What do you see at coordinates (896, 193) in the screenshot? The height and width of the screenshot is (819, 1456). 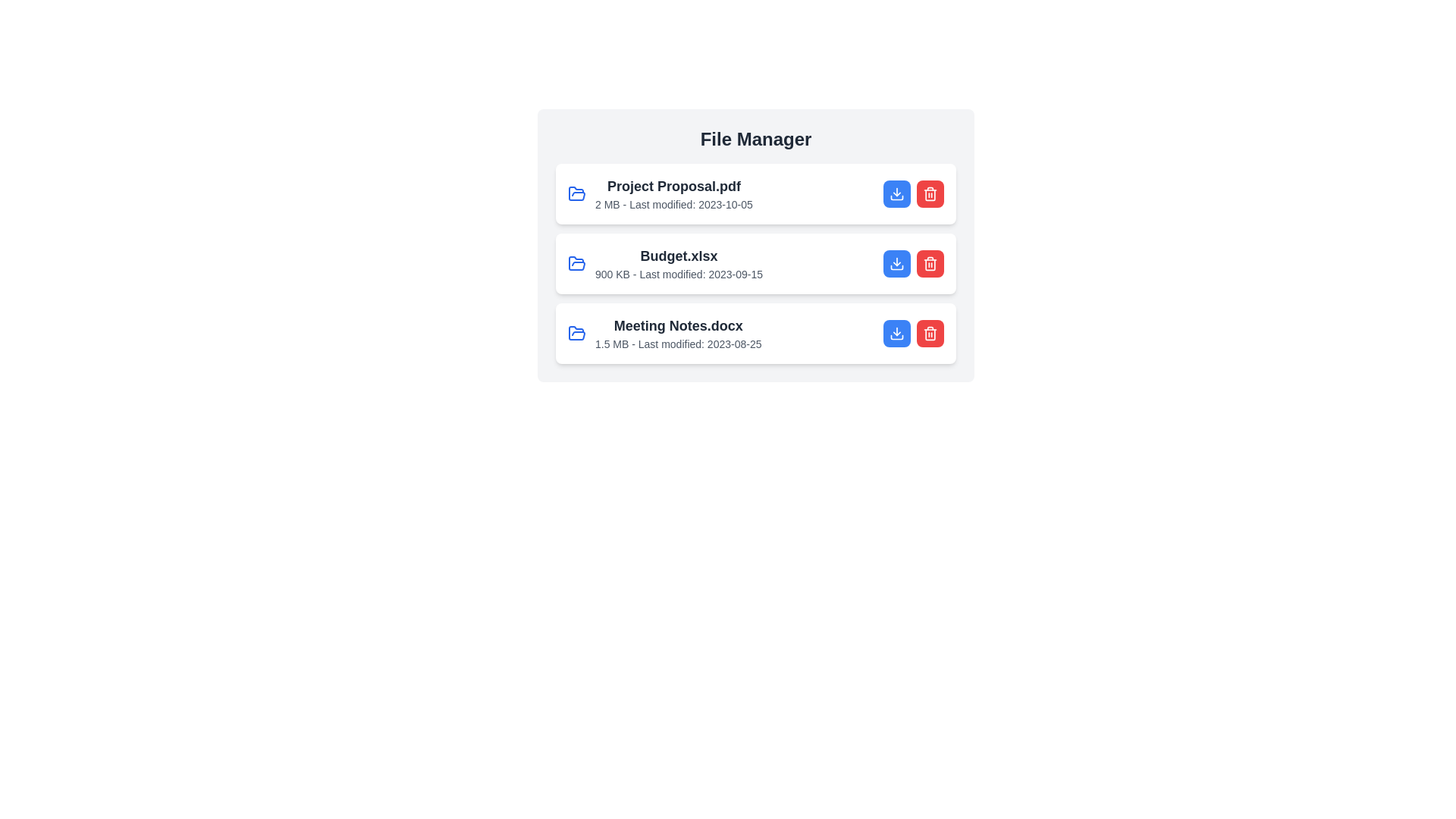 I see `download button for the file named Project Proposal.pdf` at bounding box center [896, 193].